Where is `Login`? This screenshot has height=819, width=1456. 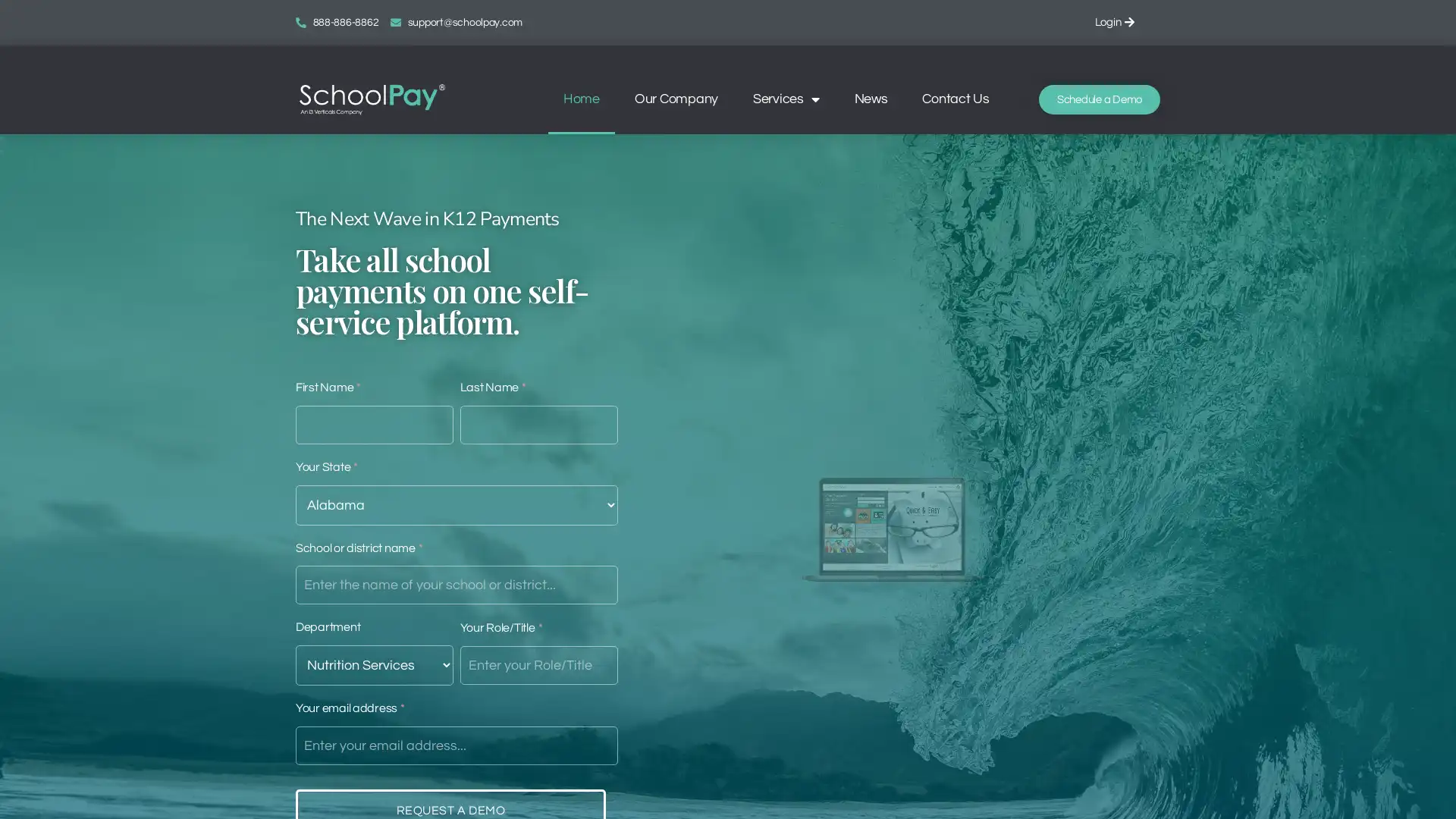
Login is located at coordinates (1114, 23).